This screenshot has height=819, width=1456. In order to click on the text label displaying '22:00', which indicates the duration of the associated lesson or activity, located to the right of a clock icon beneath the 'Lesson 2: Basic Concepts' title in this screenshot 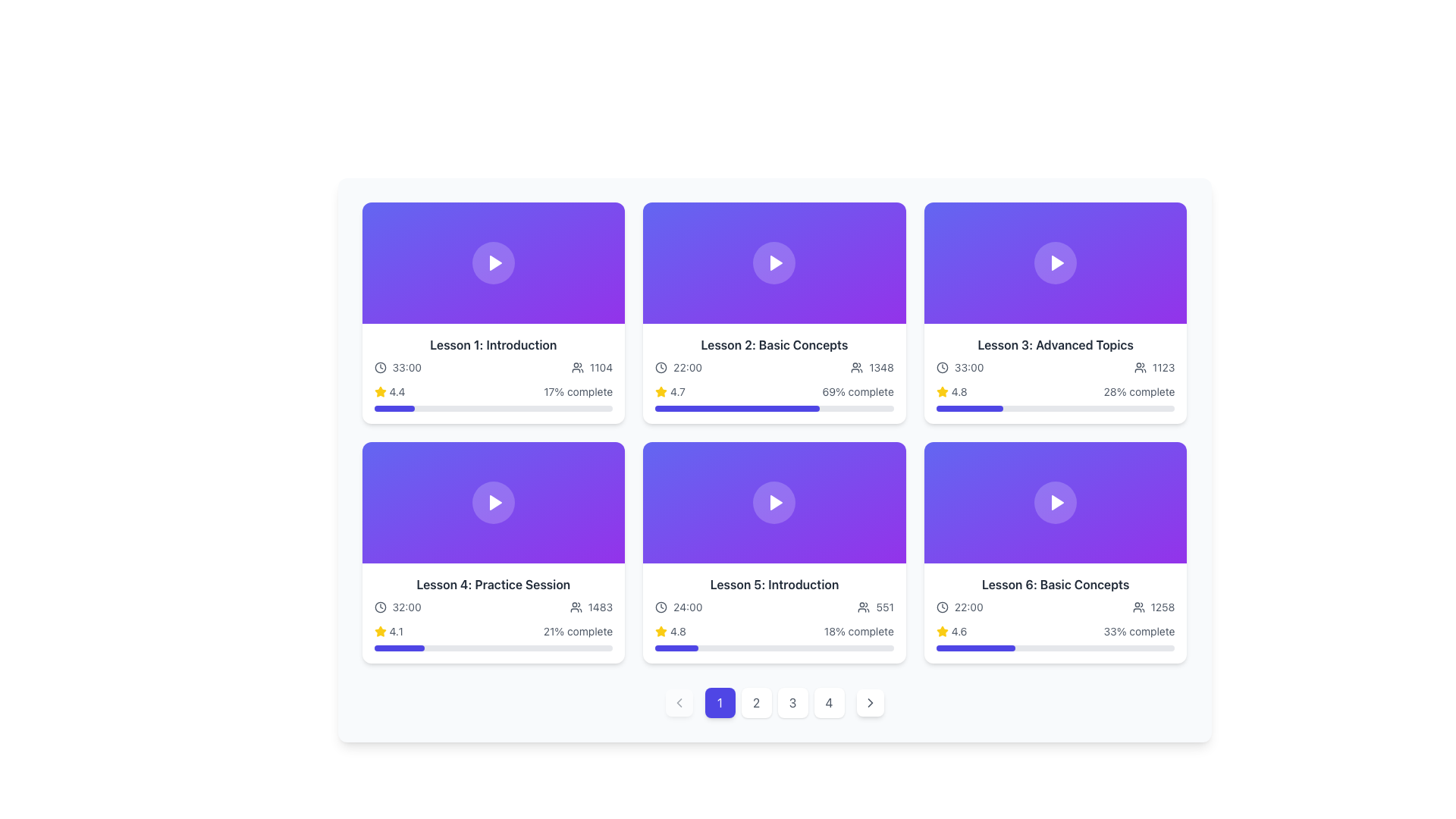, I will do `click(687, 368)`.